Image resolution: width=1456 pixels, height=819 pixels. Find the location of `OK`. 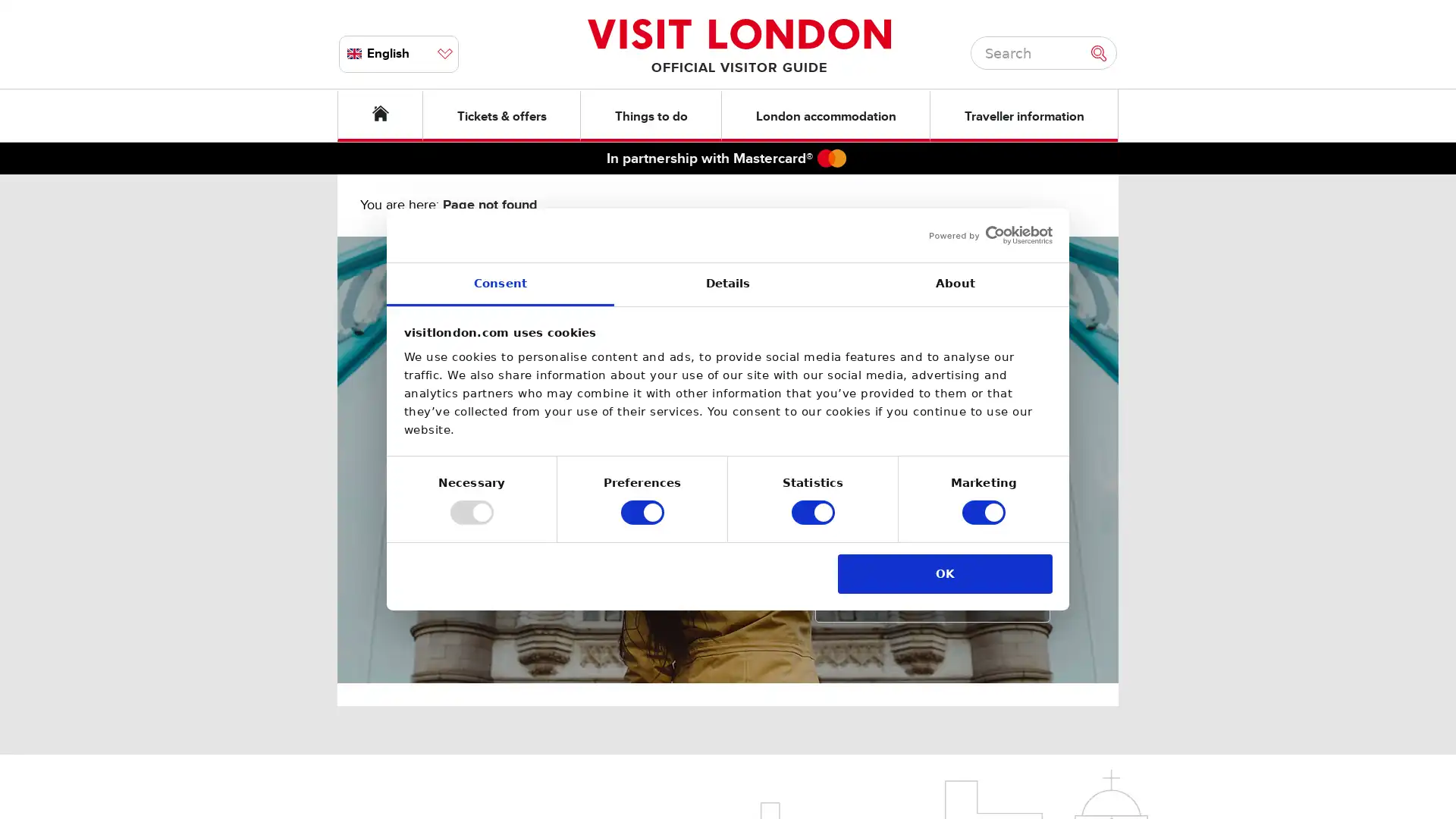

OK is located at coordinates (944, 573).